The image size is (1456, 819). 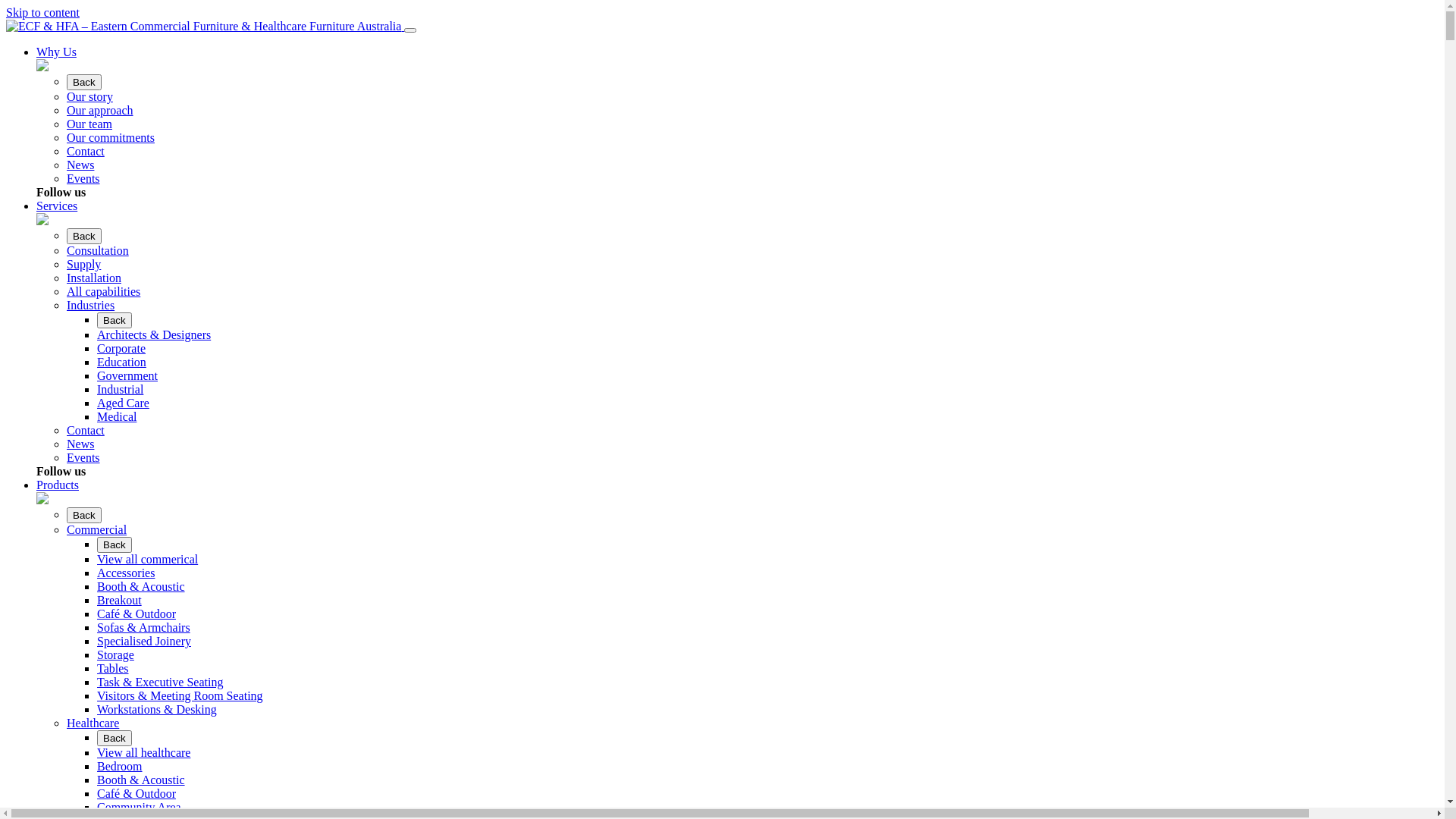 I want to click on 'View all commerical', so click(x=96, y=559).